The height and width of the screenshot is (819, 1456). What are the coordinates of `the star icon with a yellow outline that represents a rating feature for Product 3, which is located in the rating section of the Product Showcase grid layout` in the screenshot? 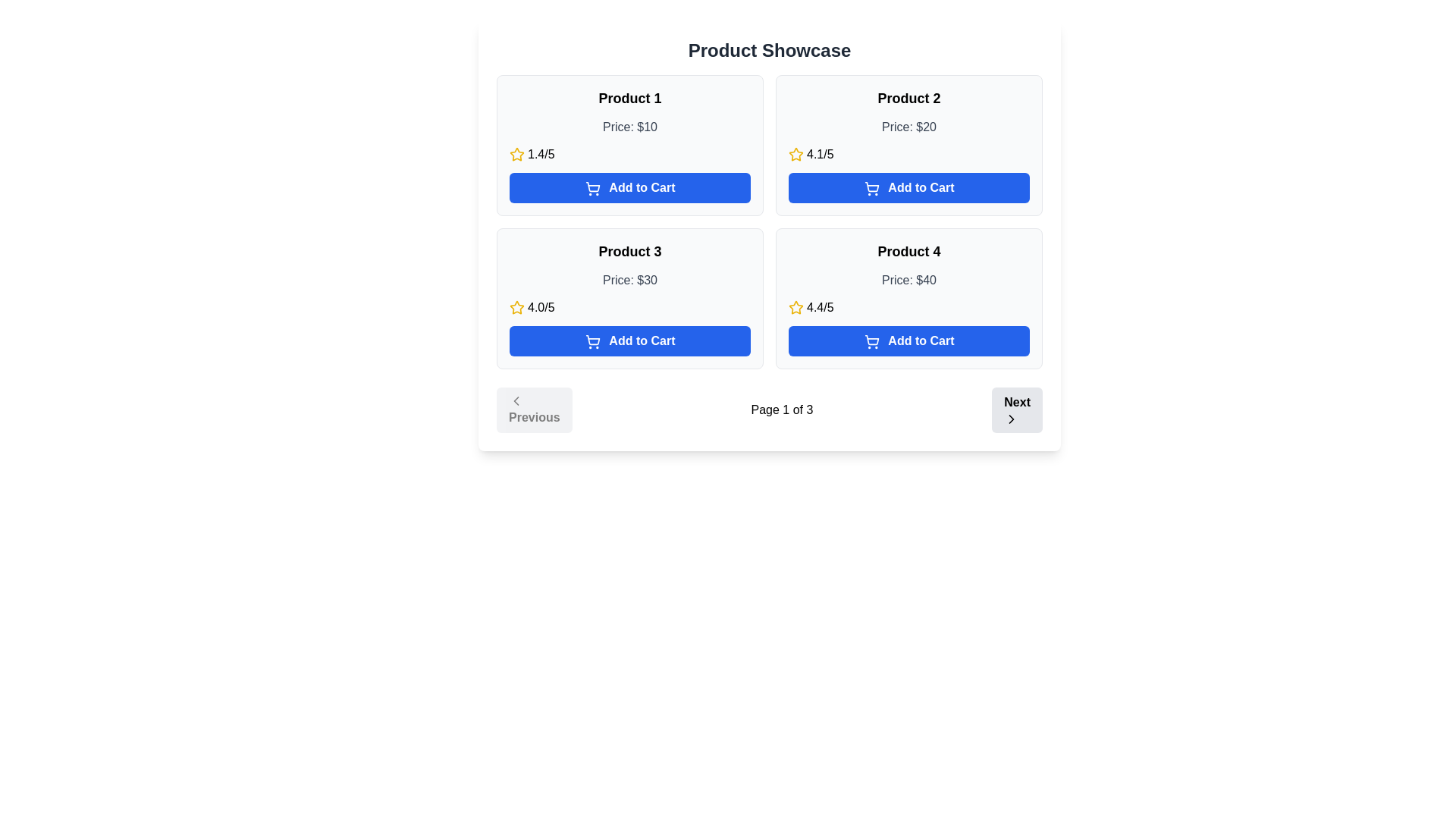 It's located at (516, 307).